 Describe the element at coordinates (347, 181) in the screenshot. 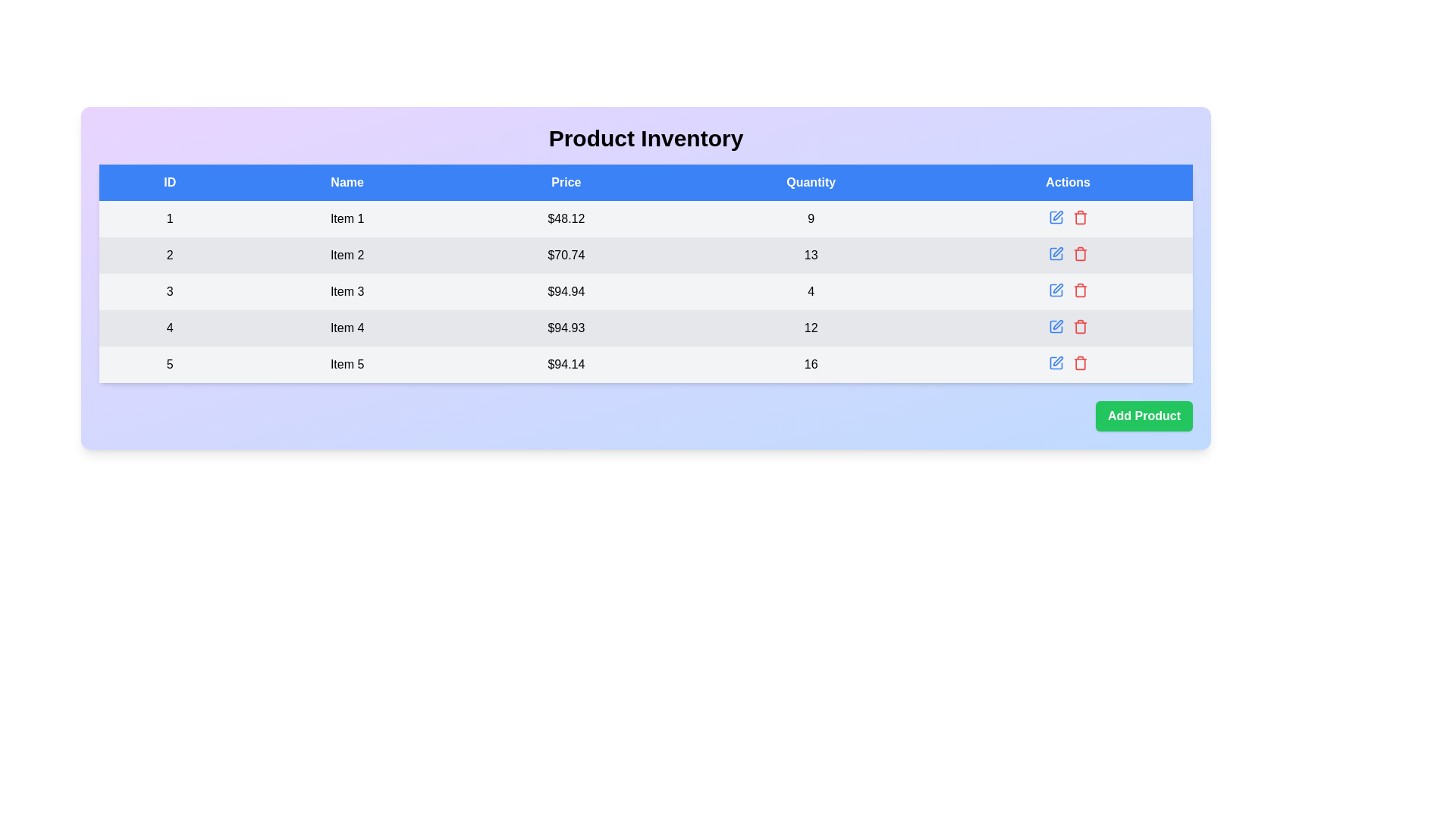

I see `the header cell for the second column of the table, which indicates the names of items, centrally aligned below the title 'Product Inventory'` at that location.